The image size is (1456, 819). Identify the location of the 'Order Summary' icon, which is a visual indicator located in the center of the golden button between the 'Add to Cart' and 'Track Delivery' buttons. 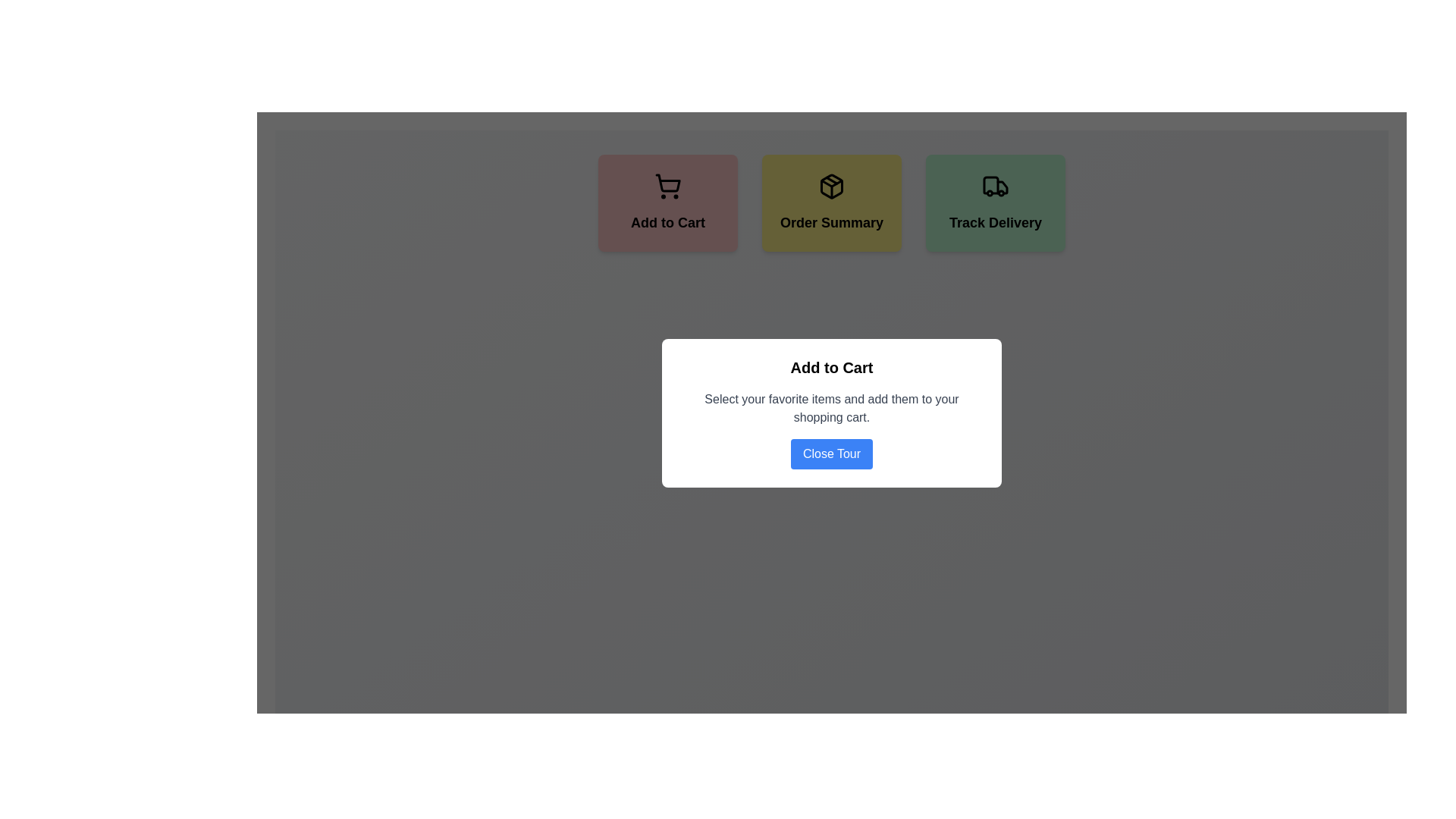
(831, 186).